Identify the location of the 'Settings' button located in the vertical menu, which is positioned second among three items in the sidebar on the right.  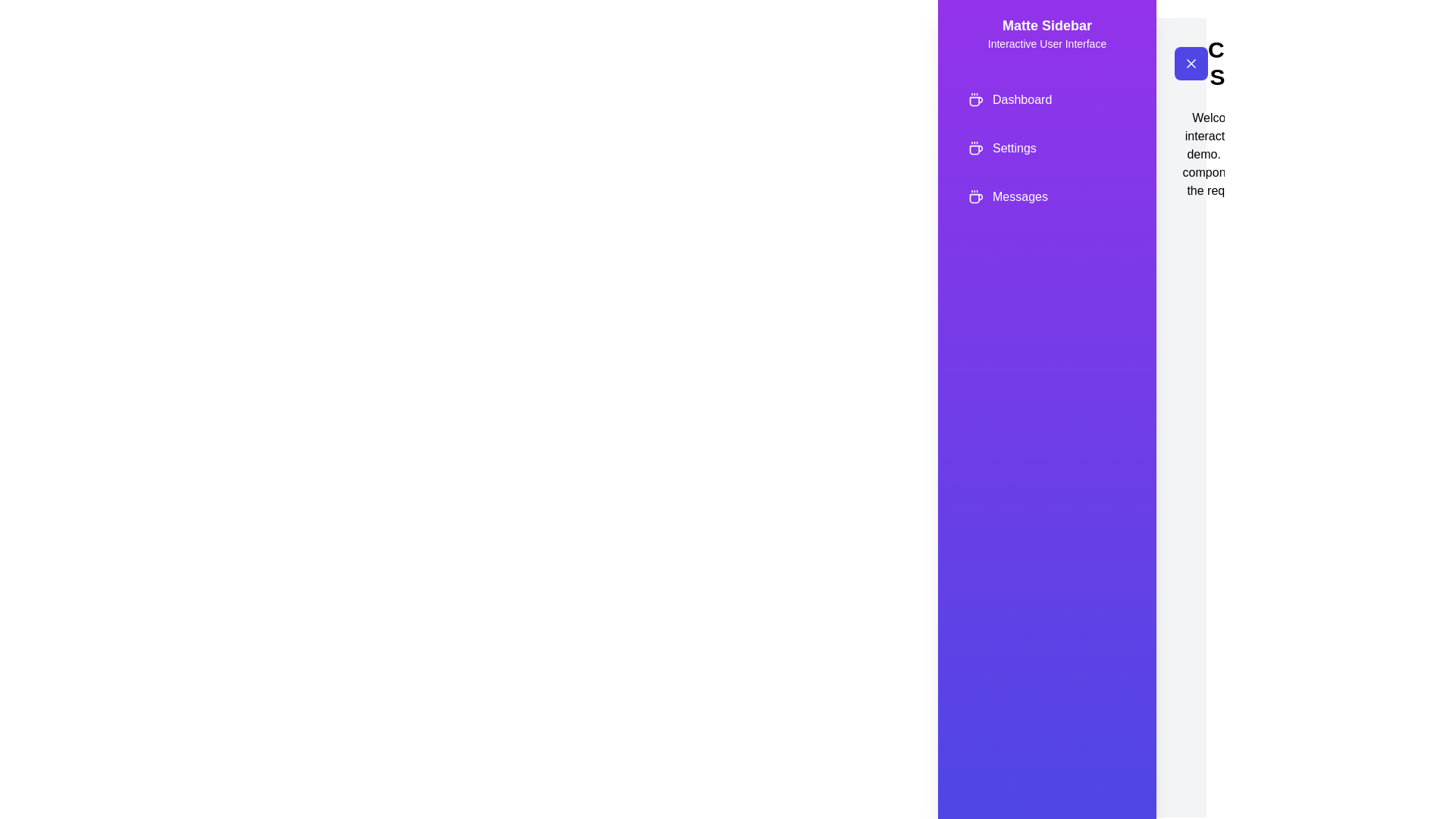
(1046, 149).